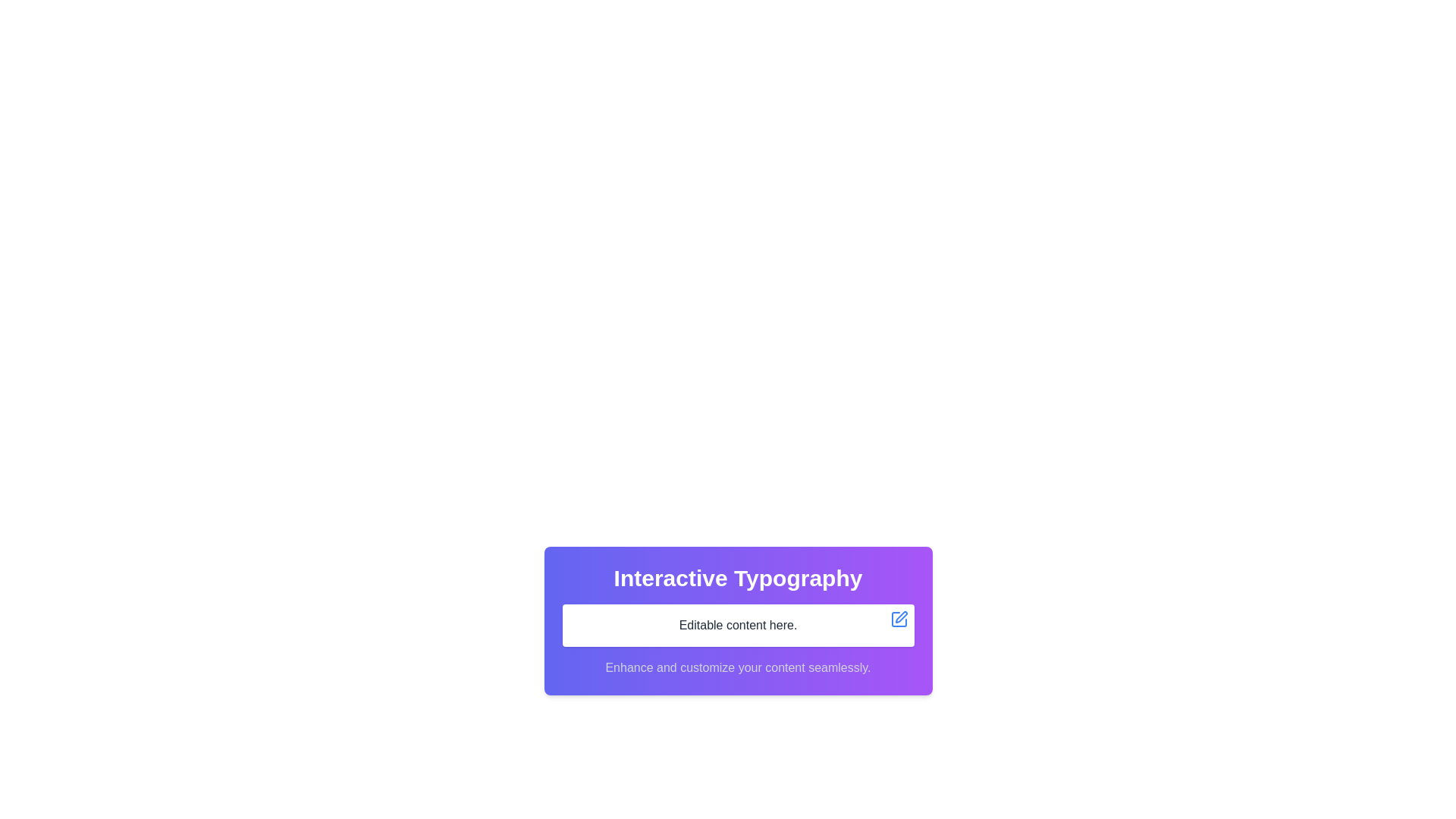 This screenshot has width=1456, height=819. Describe the element at coordinates (899, 620) in the screenshot. I see `the blue pen icon button that is located at the top-right corner inside a white rectangular box` at that location.